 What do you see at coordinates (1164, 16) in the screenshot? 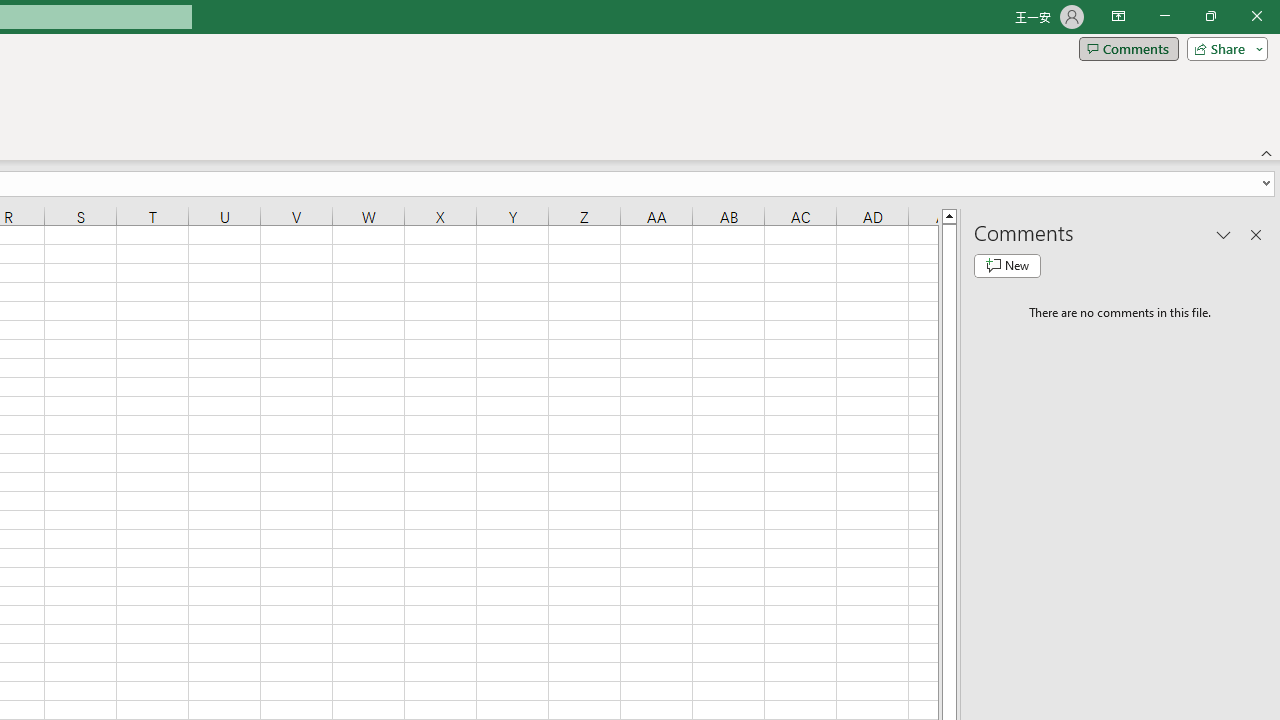
I see `'Minimize'` at bounding box center [1164, 16].